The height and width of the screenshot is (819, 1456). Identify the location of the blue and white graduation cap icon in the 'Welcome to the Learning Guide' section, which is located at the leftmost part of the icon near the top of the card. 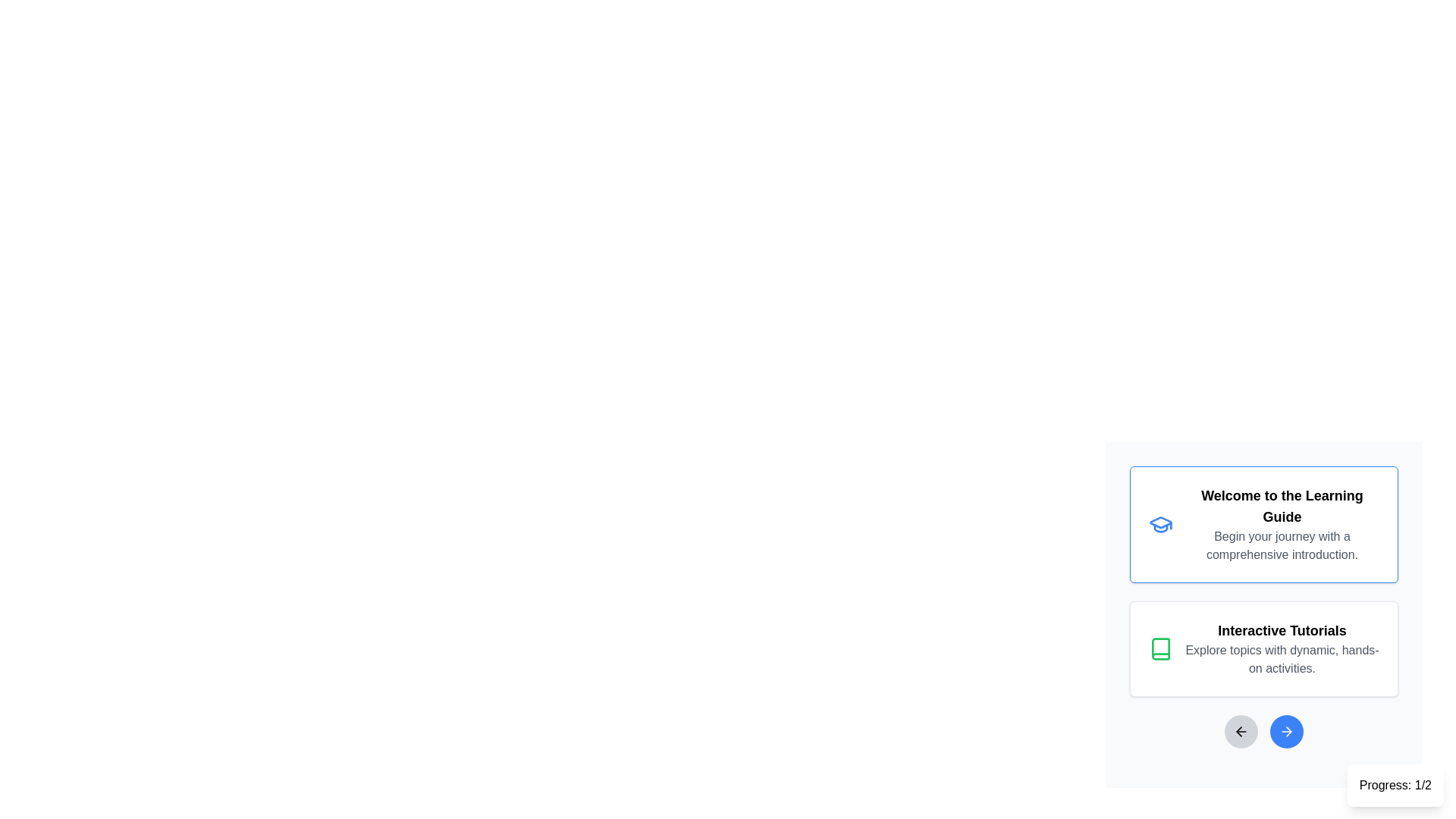
(1160, 522).